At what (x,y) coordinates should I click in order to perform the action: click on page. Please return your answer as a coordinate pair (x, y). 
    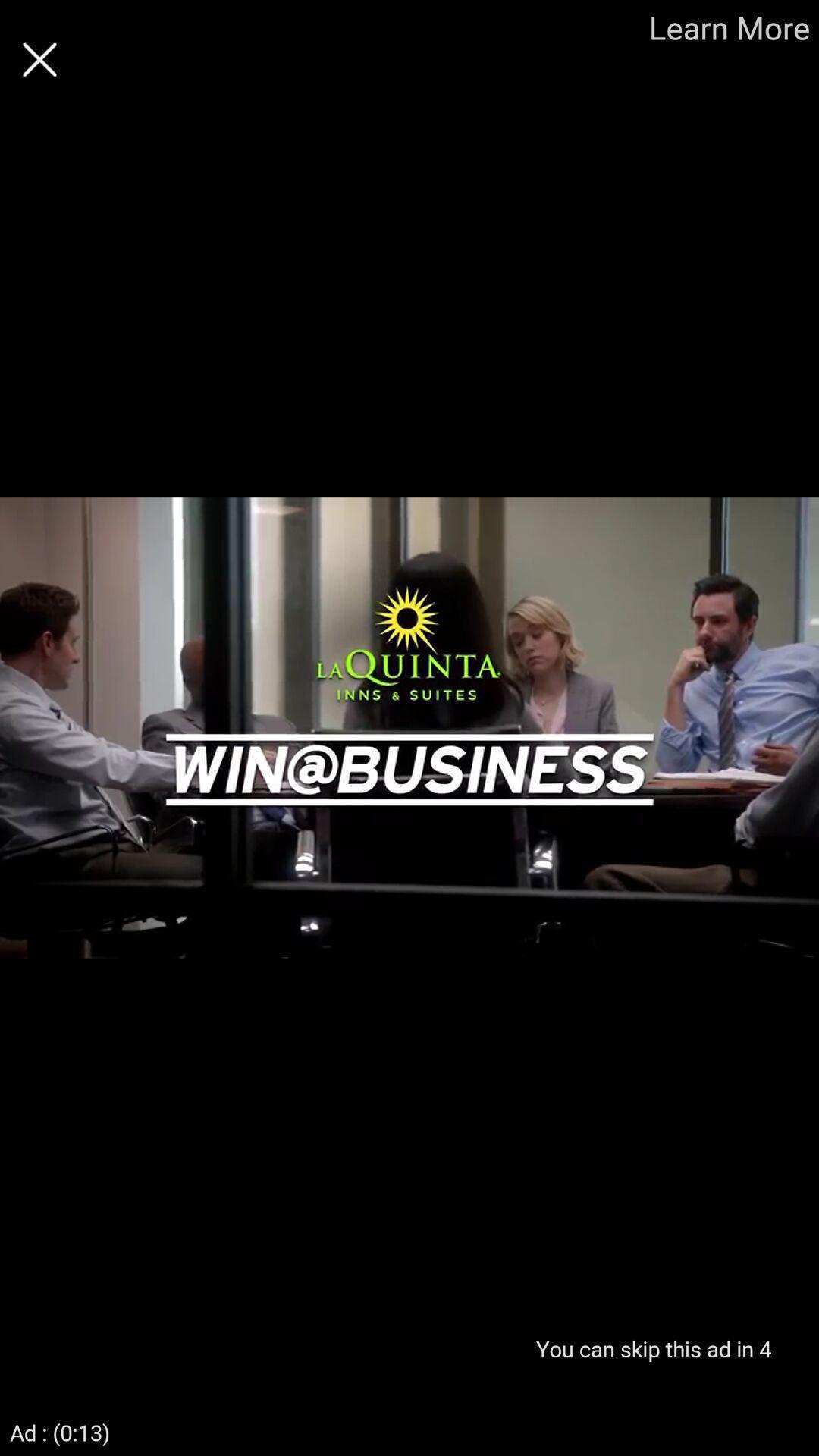
    Looking at the image, I should click on (39, 59).